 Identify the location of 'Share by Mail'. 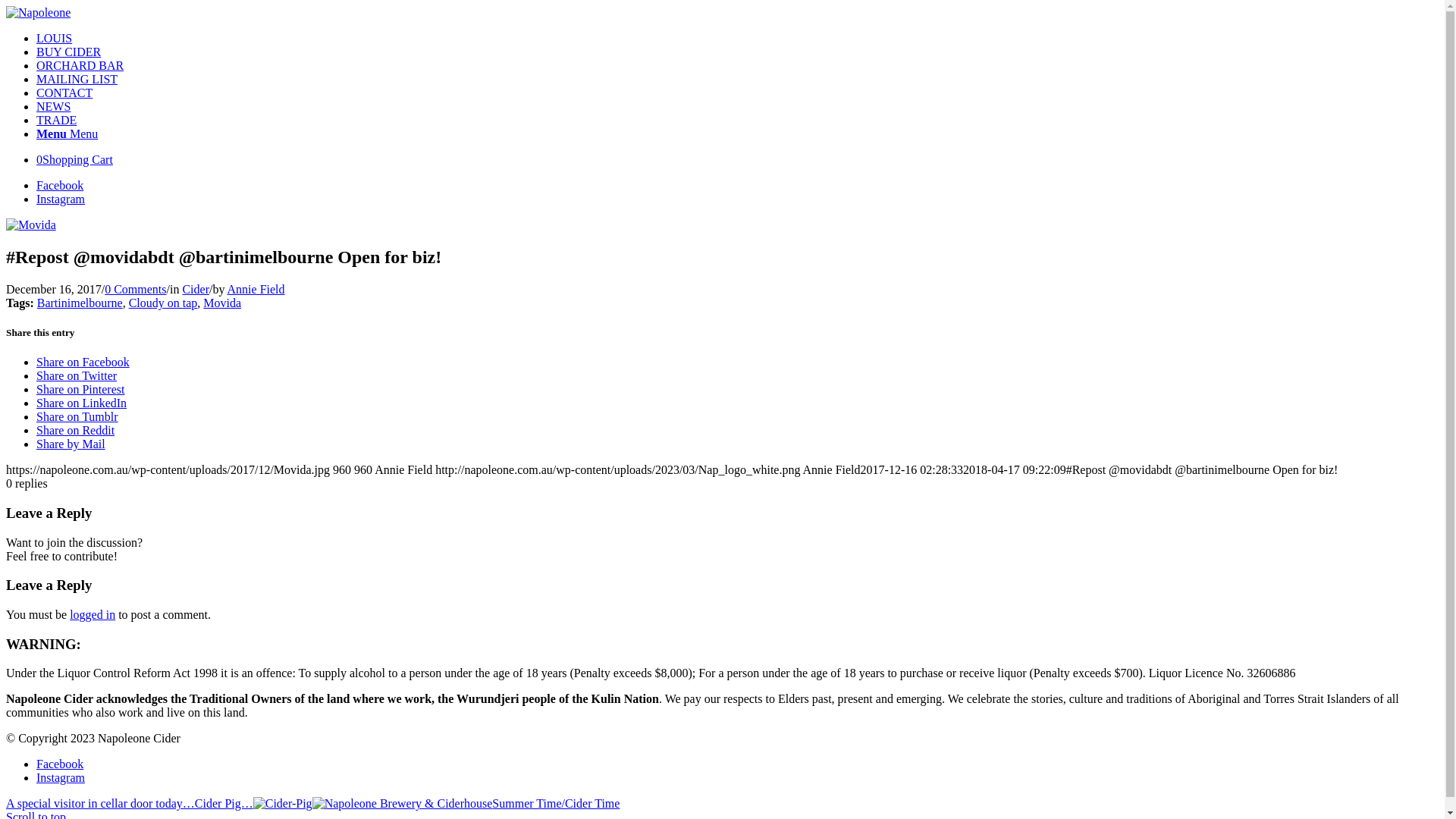
(36, 444).